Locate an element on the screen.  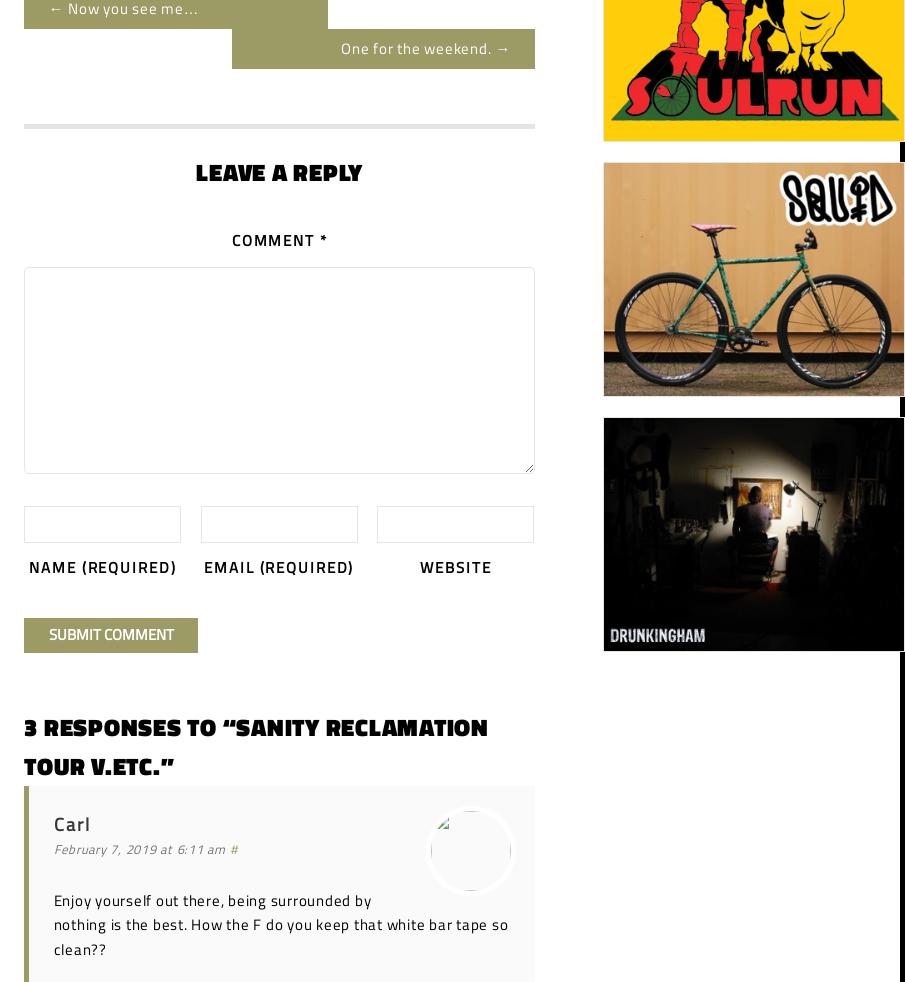
'Email' is located at coordinates (202, 566).